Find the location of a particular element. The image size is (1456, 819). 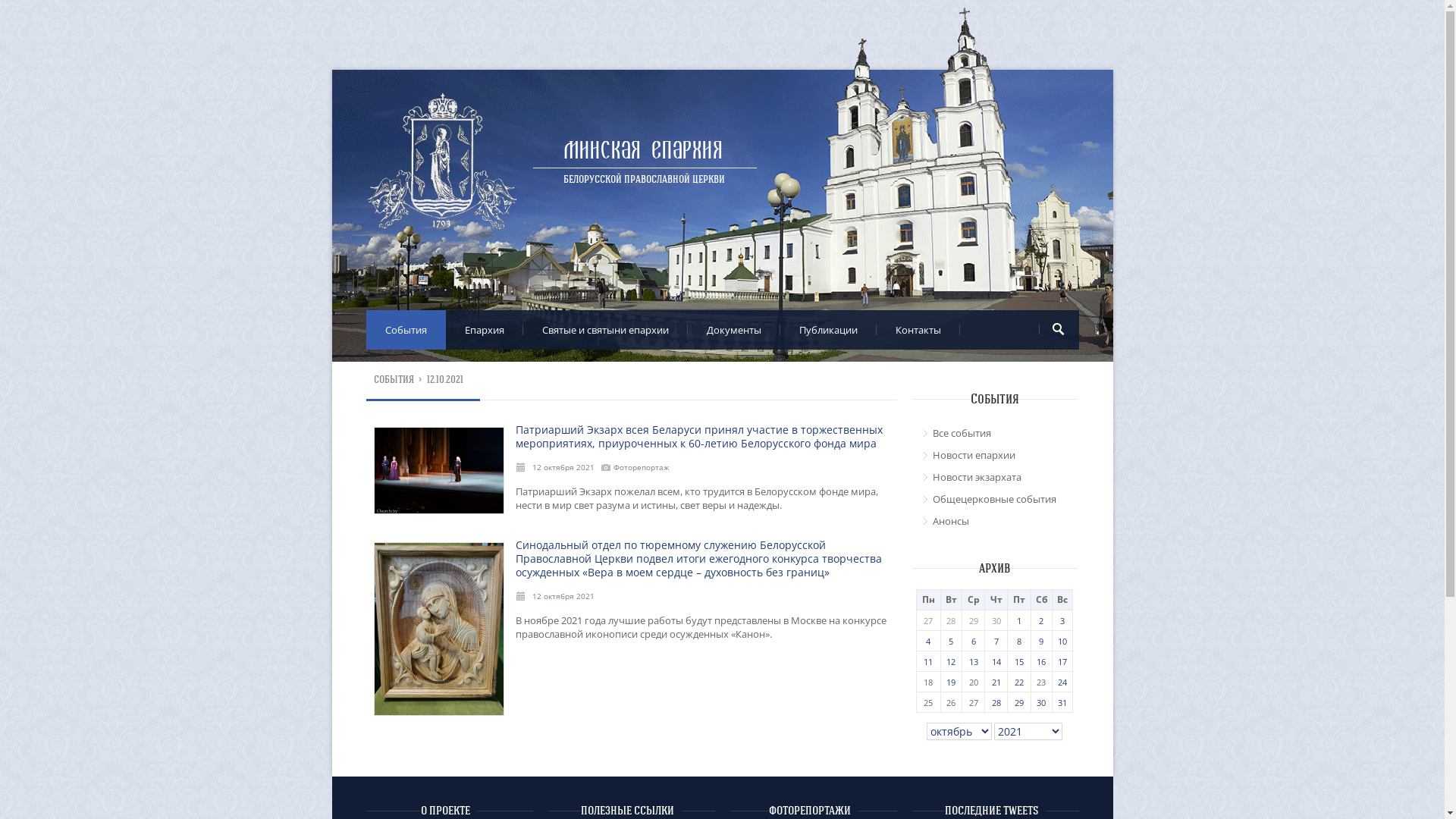

'14' is located at coordinates (996, 660).